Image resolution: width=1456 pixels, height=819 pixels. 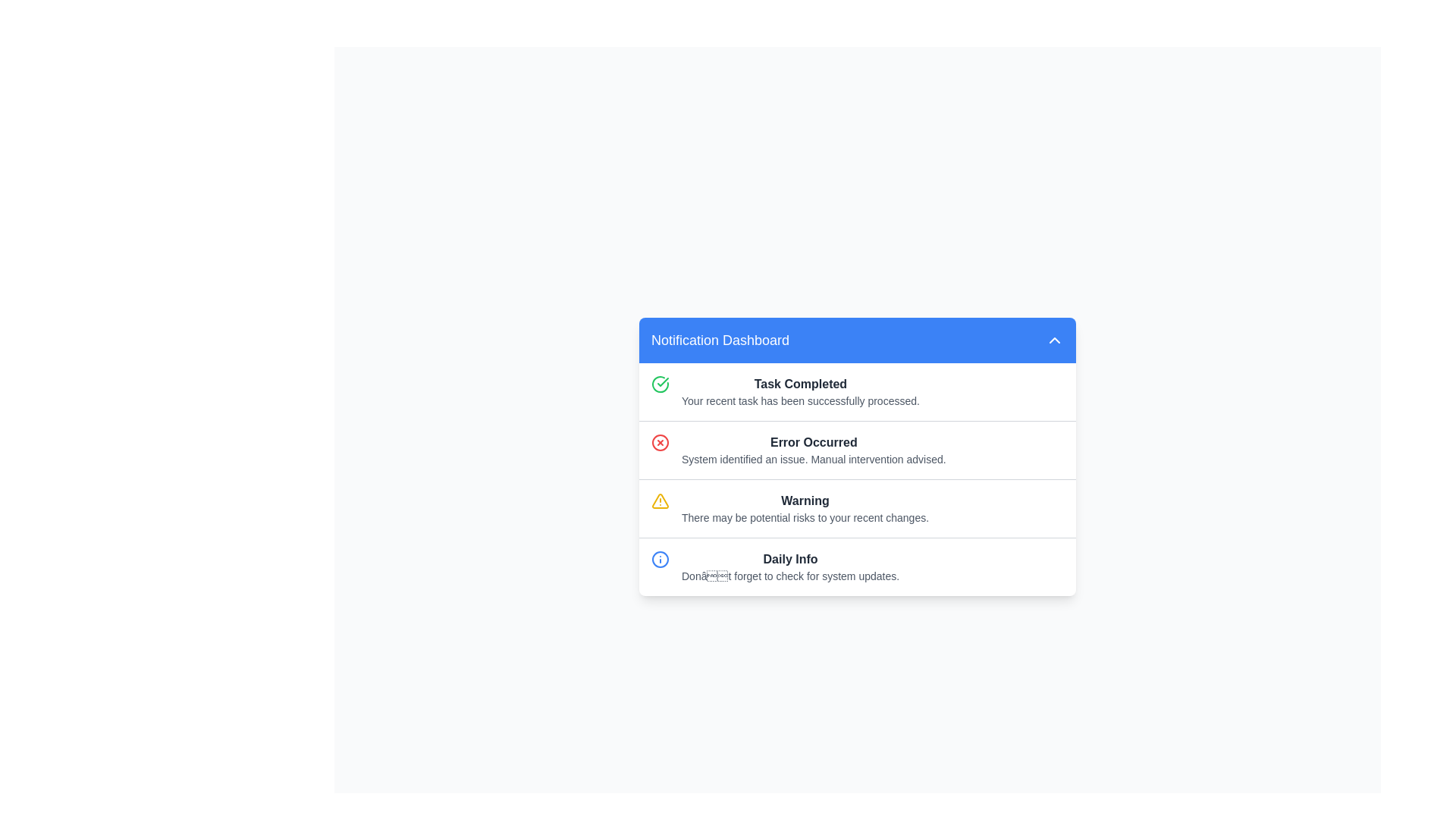 I want to click on the warning icon indicating caution in the Notification Dashboard, which is positioned to the left of the text 'There may be potential risks to your recent changes.', so click(x=660, y=500).